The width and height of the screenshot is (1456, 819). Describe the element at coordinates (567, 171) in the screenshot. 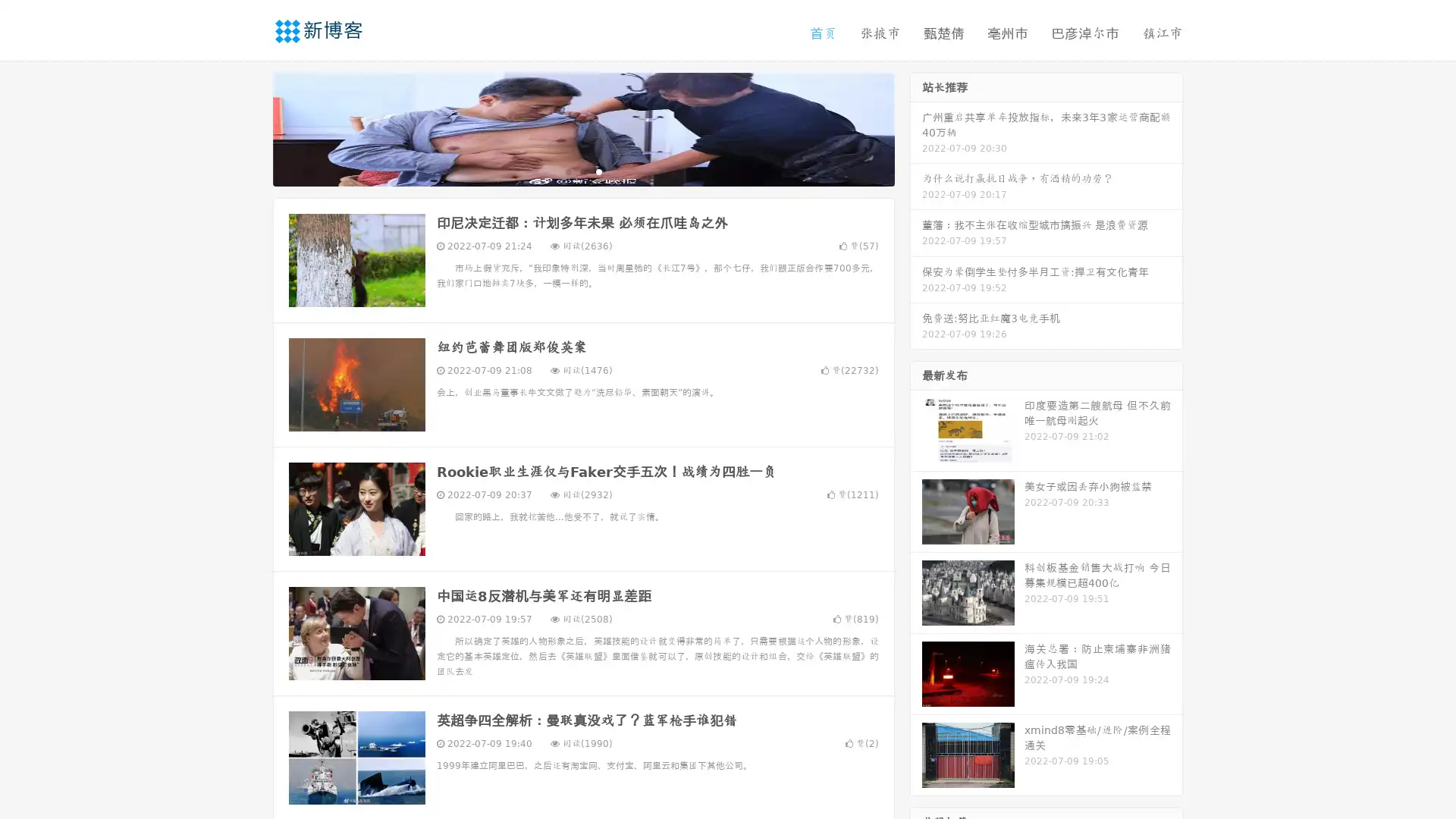

I see `Go to slide 1` at that location.